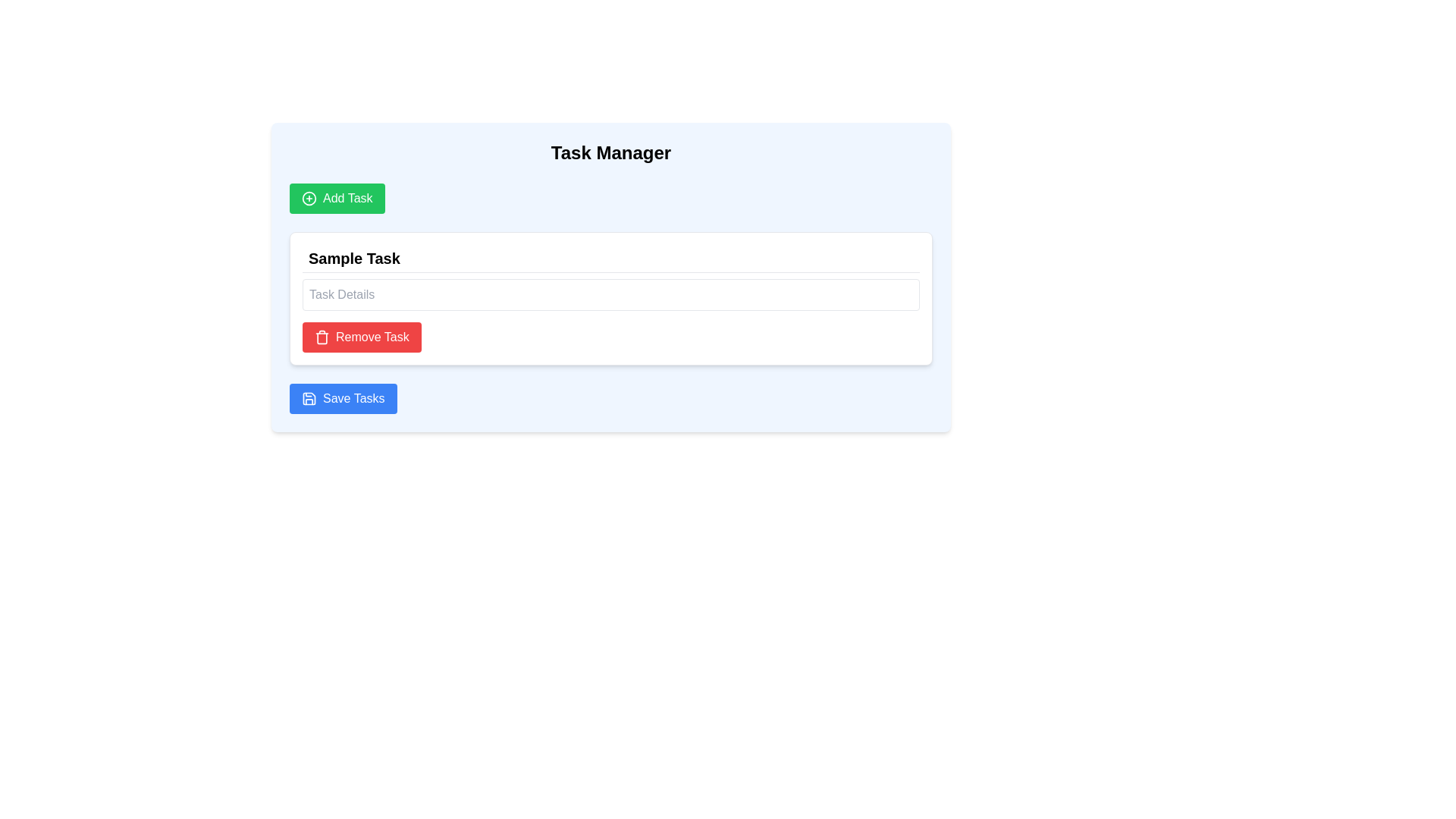 This screenshot has height=819, width=1456. I want to click on the 'Remove Task' label which indicates the action to remove a task entry, located to the right of a trash can icon in the task manager interface, so click(372, 336).